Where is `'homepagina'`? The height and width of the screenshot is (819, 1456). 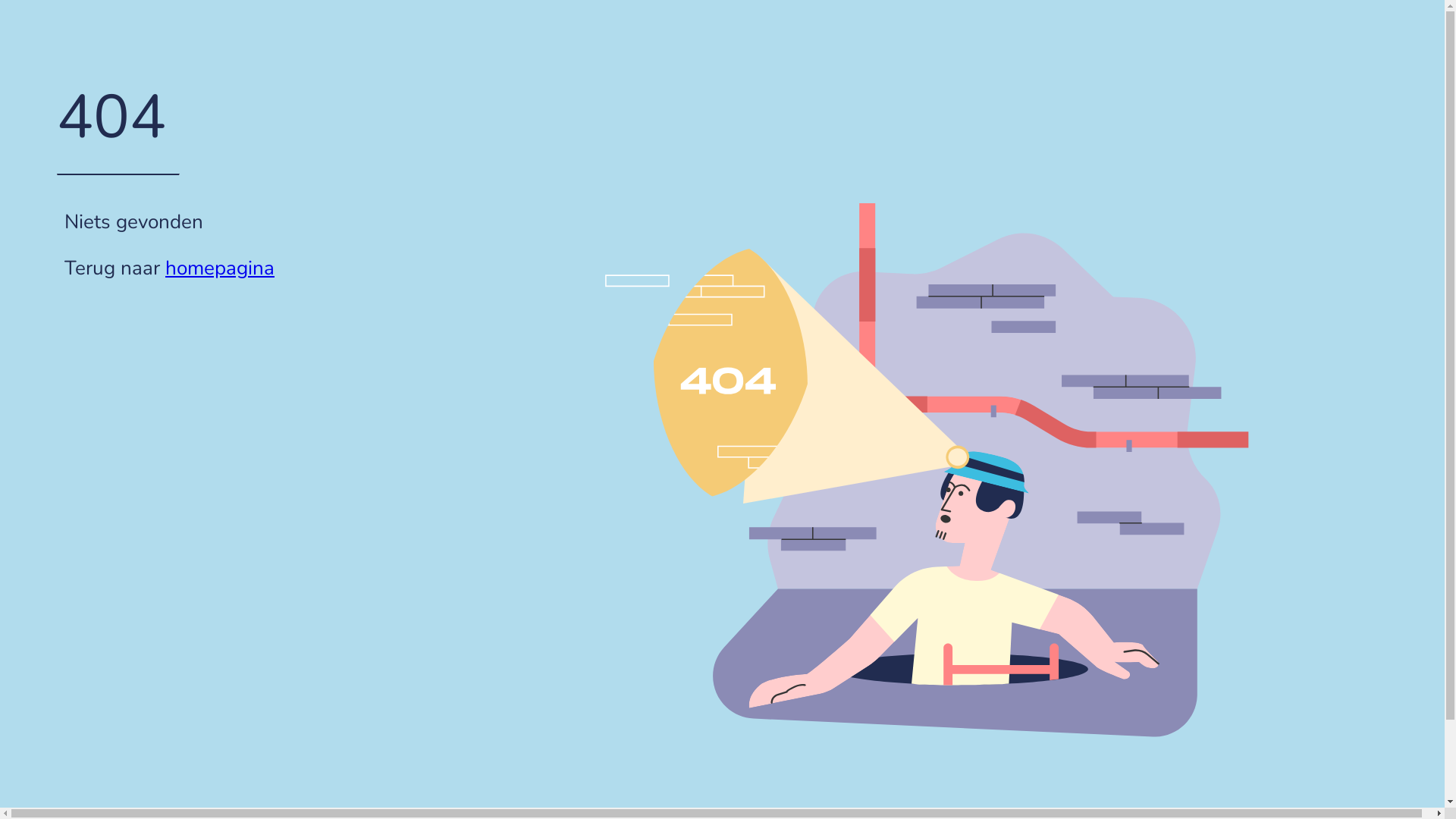 'homepagina' is located at coordinates (218, 267).